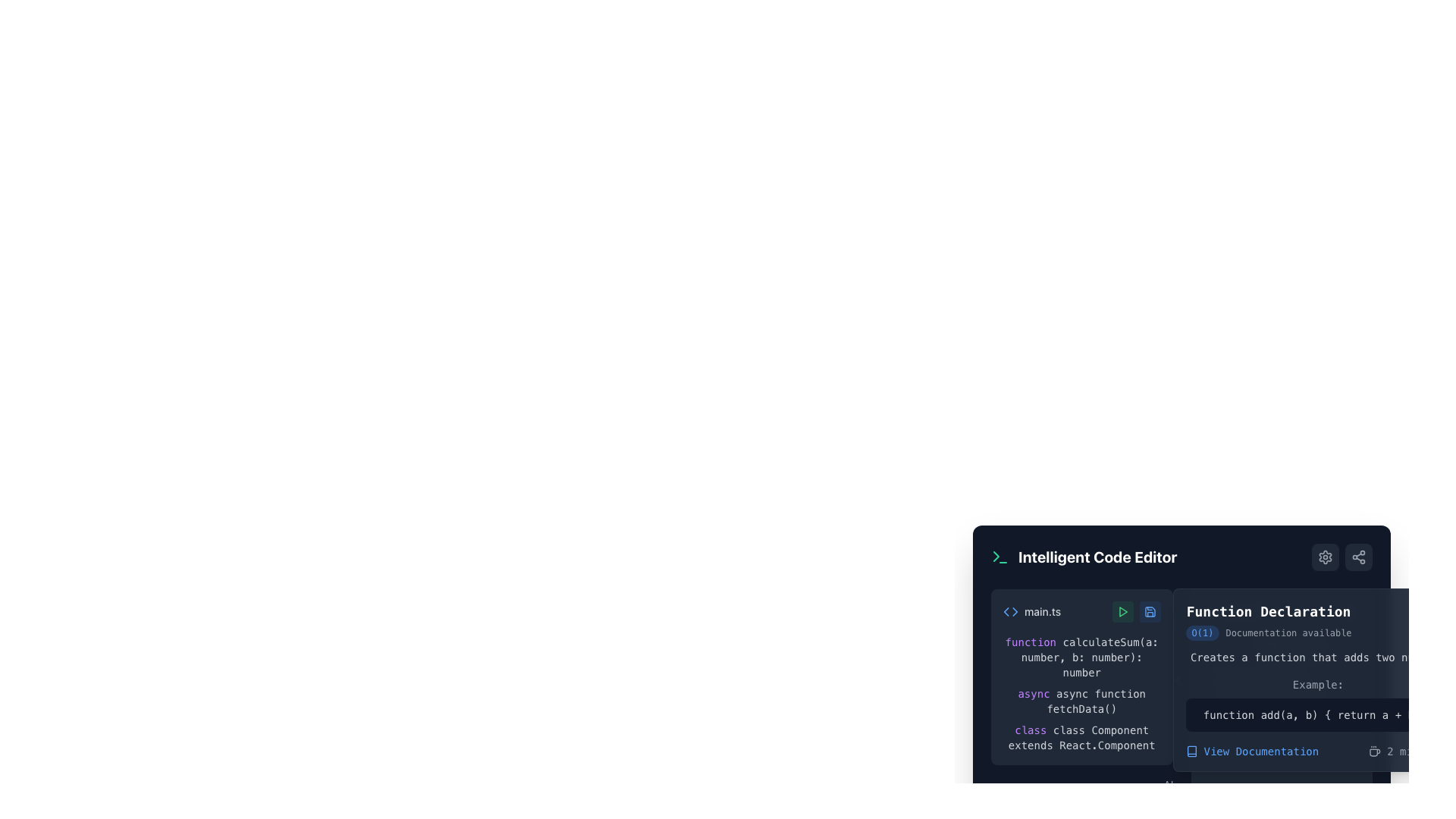 The height and width of the screenshot is (819, 1456). What do you see at coordinates (1011, 610) in the screenshot?
I see `the coding-related icon located to the left of the 'main.ts' text label in the editor interface` at bounding box center [1011, 610].